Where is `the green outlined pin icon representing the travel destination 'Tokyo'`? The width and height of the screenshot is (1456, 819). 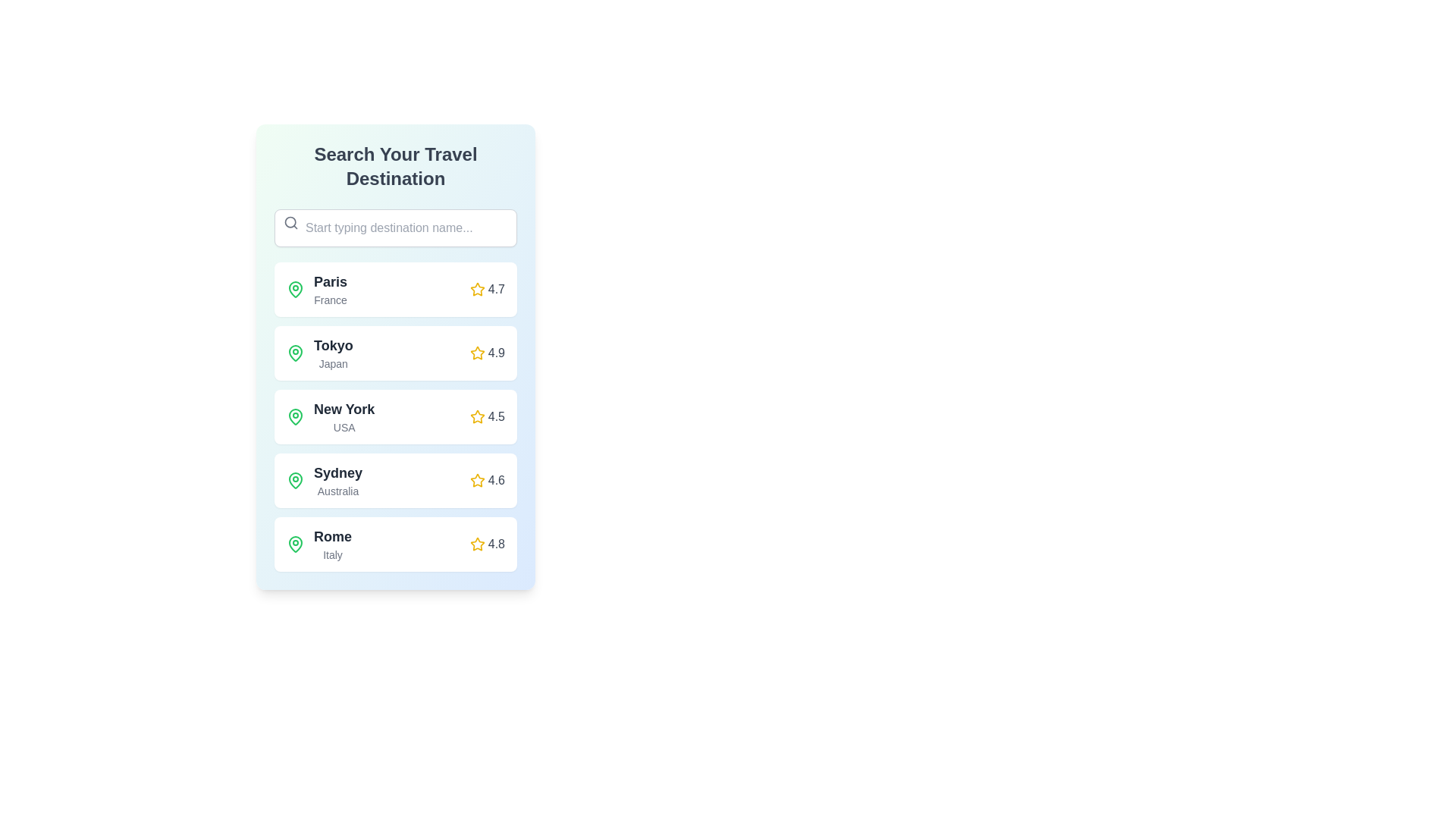 the green outlined pin icon representing the travel destination 'Tokyo' is located at coordinates (295, 353).